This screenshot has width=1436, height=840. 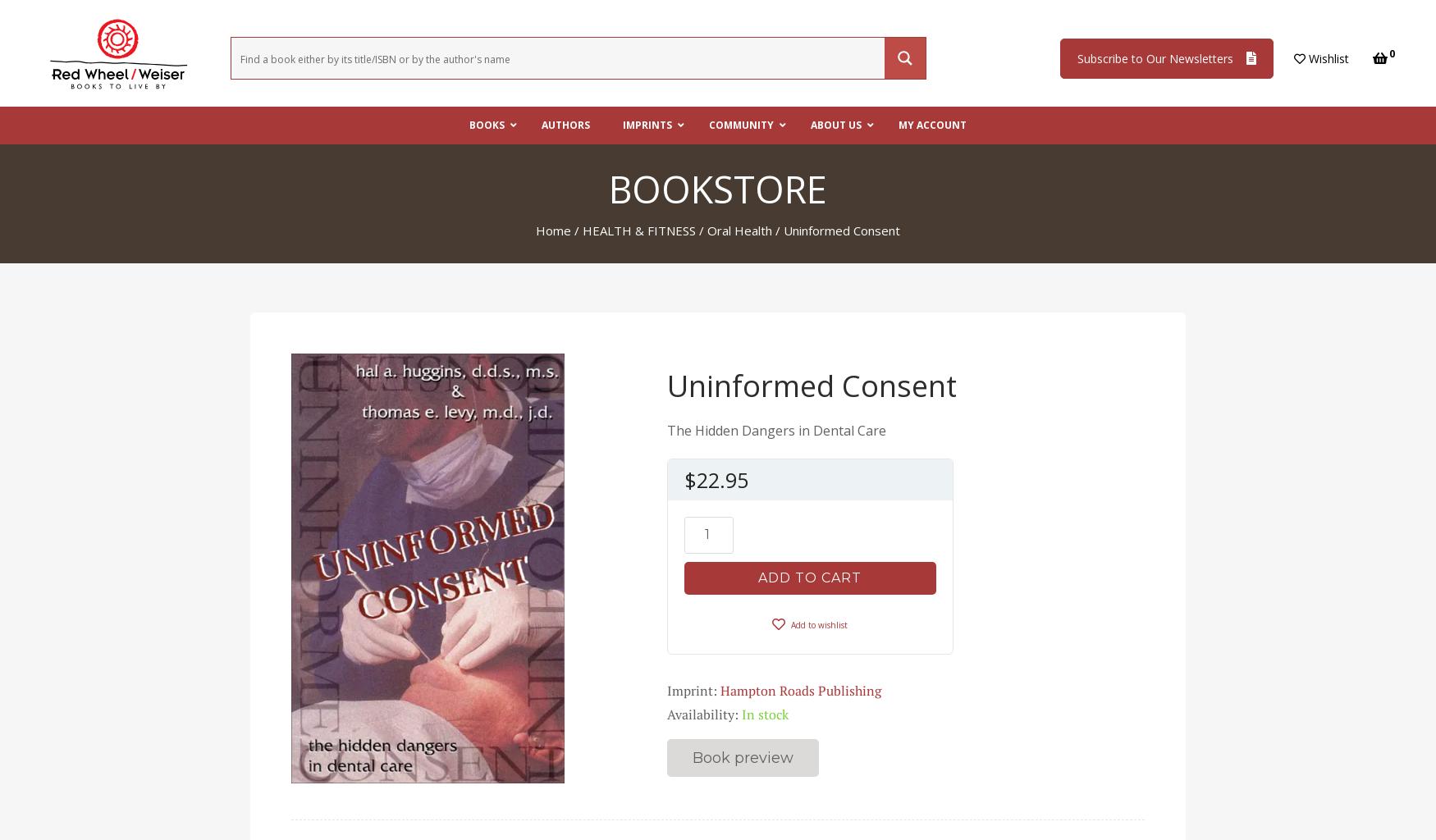 What do you see at coordinates (718, 187) in the screenshot?
I see `'Bookstore'` at bounding box center [718, 187].